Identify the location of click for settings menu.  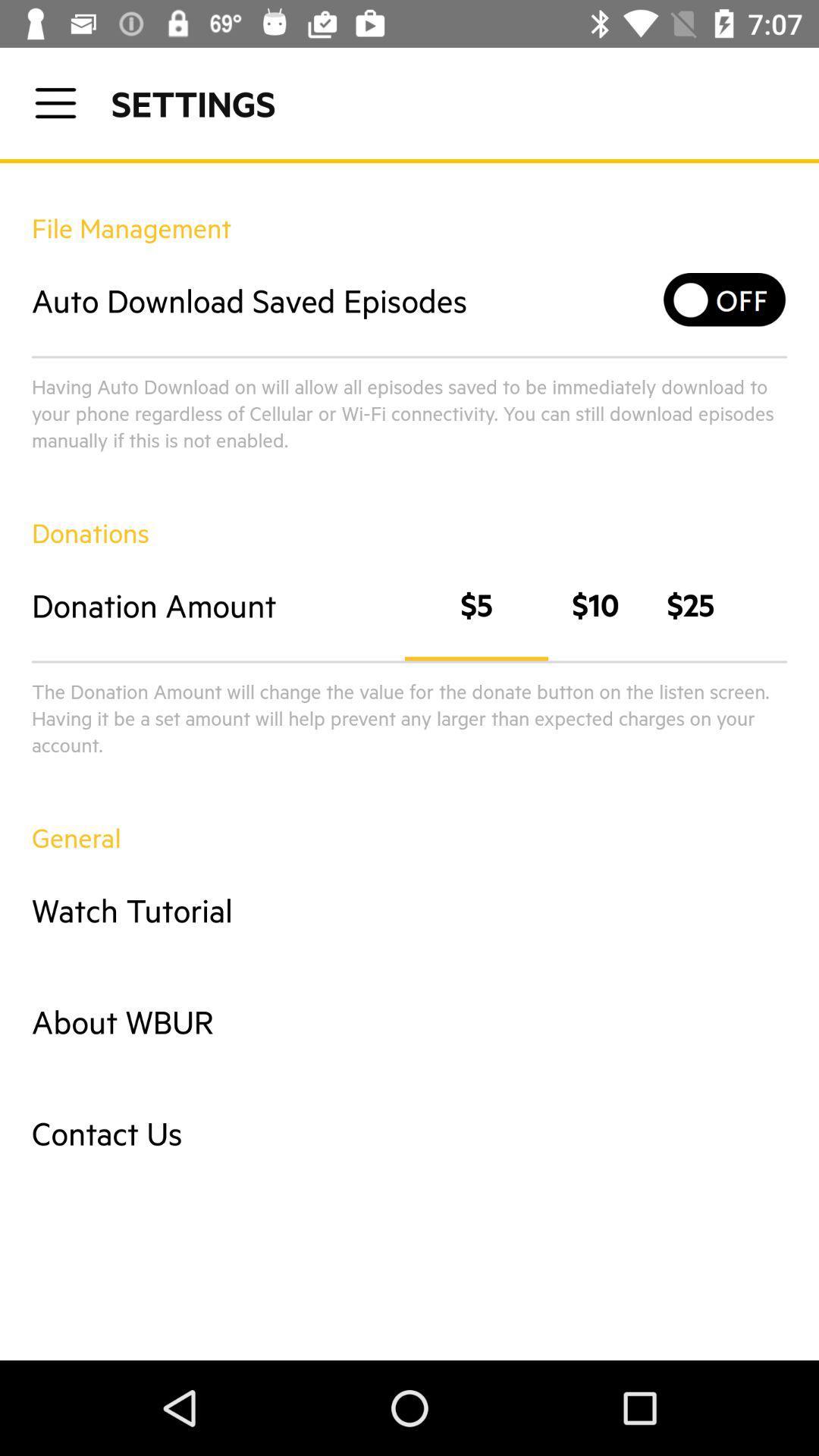
(55, 102).